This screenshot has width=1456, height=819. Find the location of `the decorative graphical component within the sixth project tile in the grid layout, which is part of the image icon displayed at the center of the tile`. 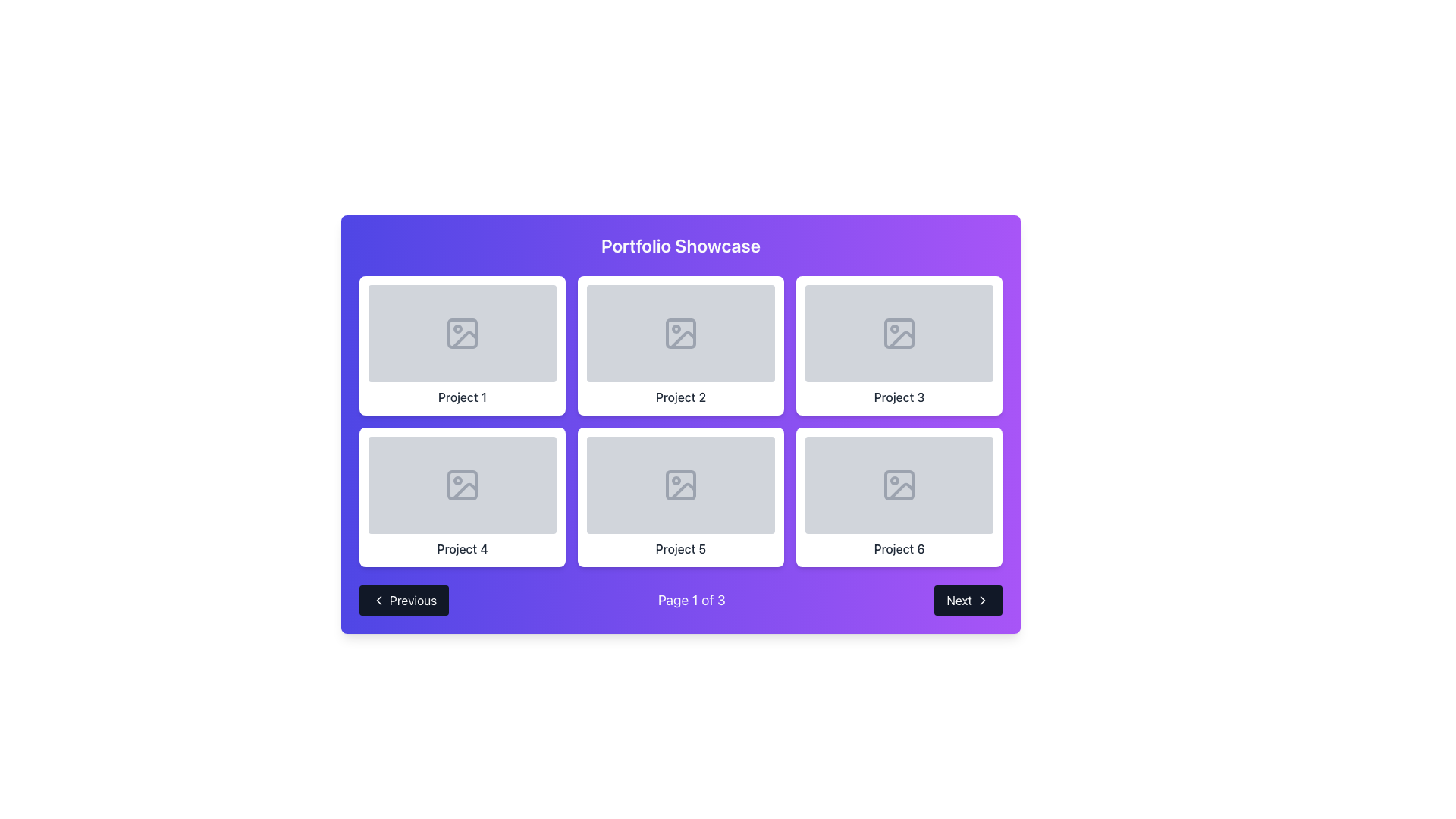

the decorative graphical component within the sixth project tile in the grid layout, which is part of the image icon displayed at the center of the tile is located at coordinates (899, 485).